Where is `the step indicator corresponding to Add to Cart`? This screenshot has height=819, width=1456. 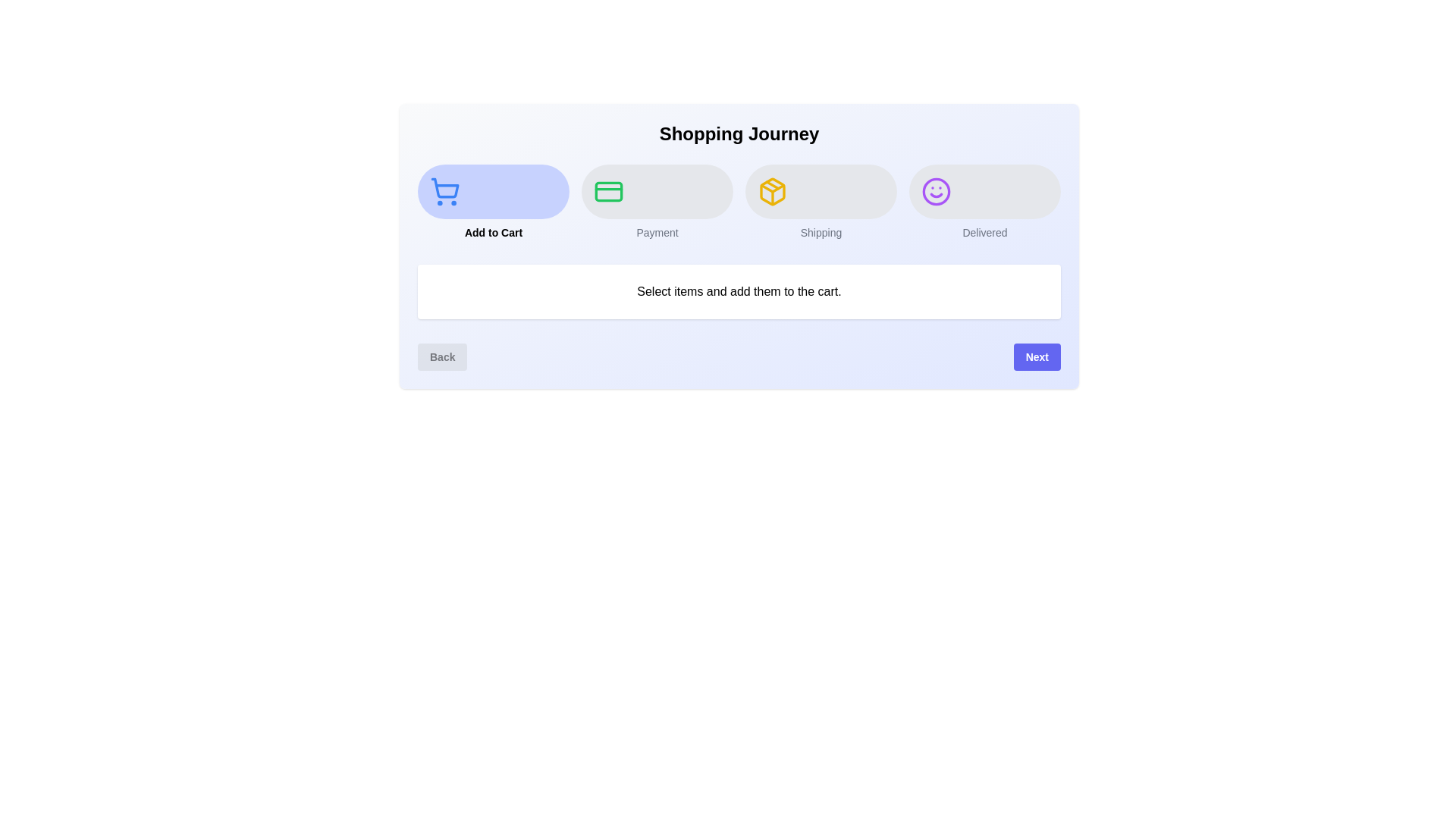 the step indicator corresponding to Add to Cart is located at coordinates (494, 201).